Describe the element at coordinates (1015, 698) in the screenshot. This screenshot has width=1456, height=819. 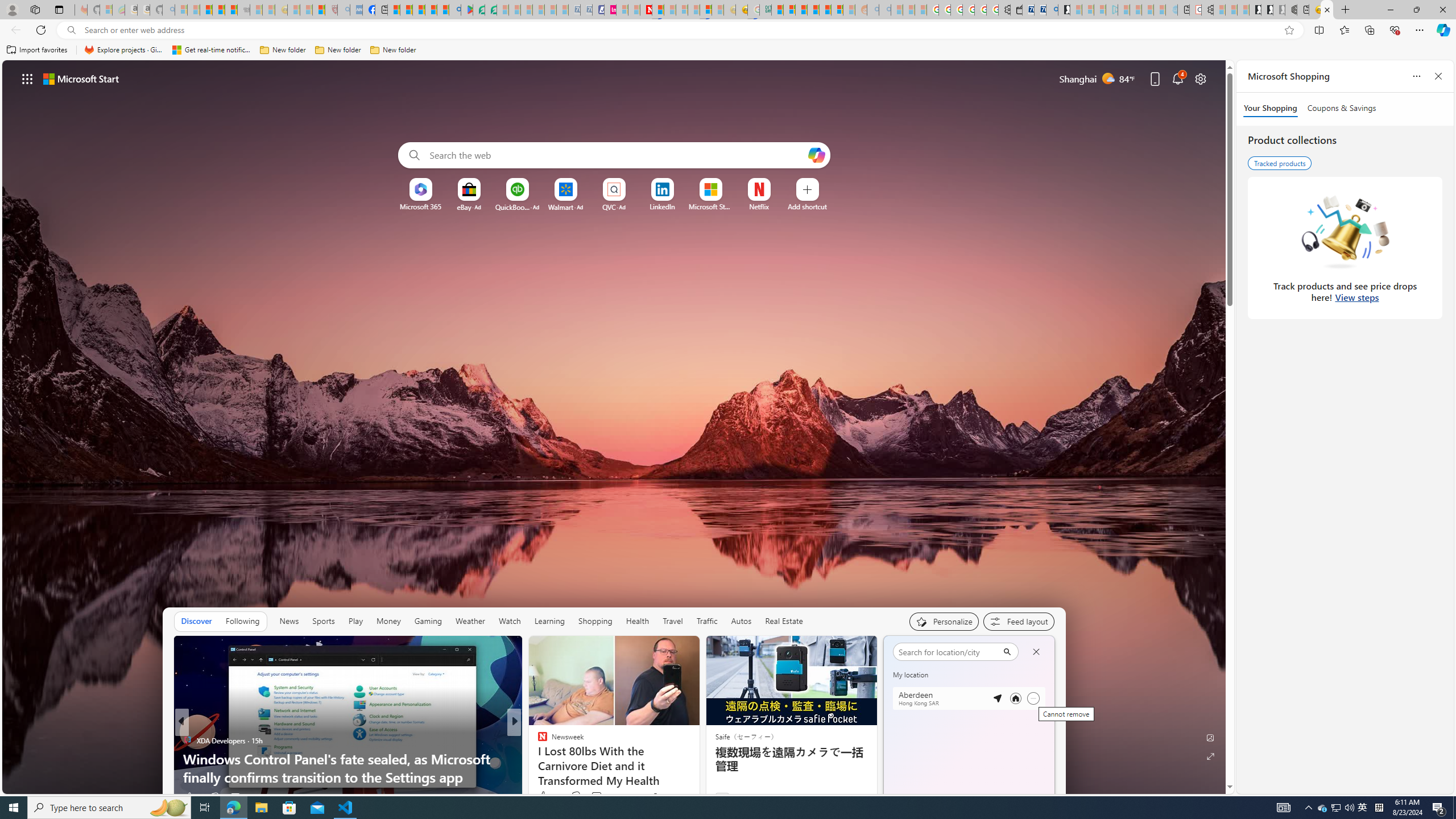
I see `'Set as your primary location'` at that location.